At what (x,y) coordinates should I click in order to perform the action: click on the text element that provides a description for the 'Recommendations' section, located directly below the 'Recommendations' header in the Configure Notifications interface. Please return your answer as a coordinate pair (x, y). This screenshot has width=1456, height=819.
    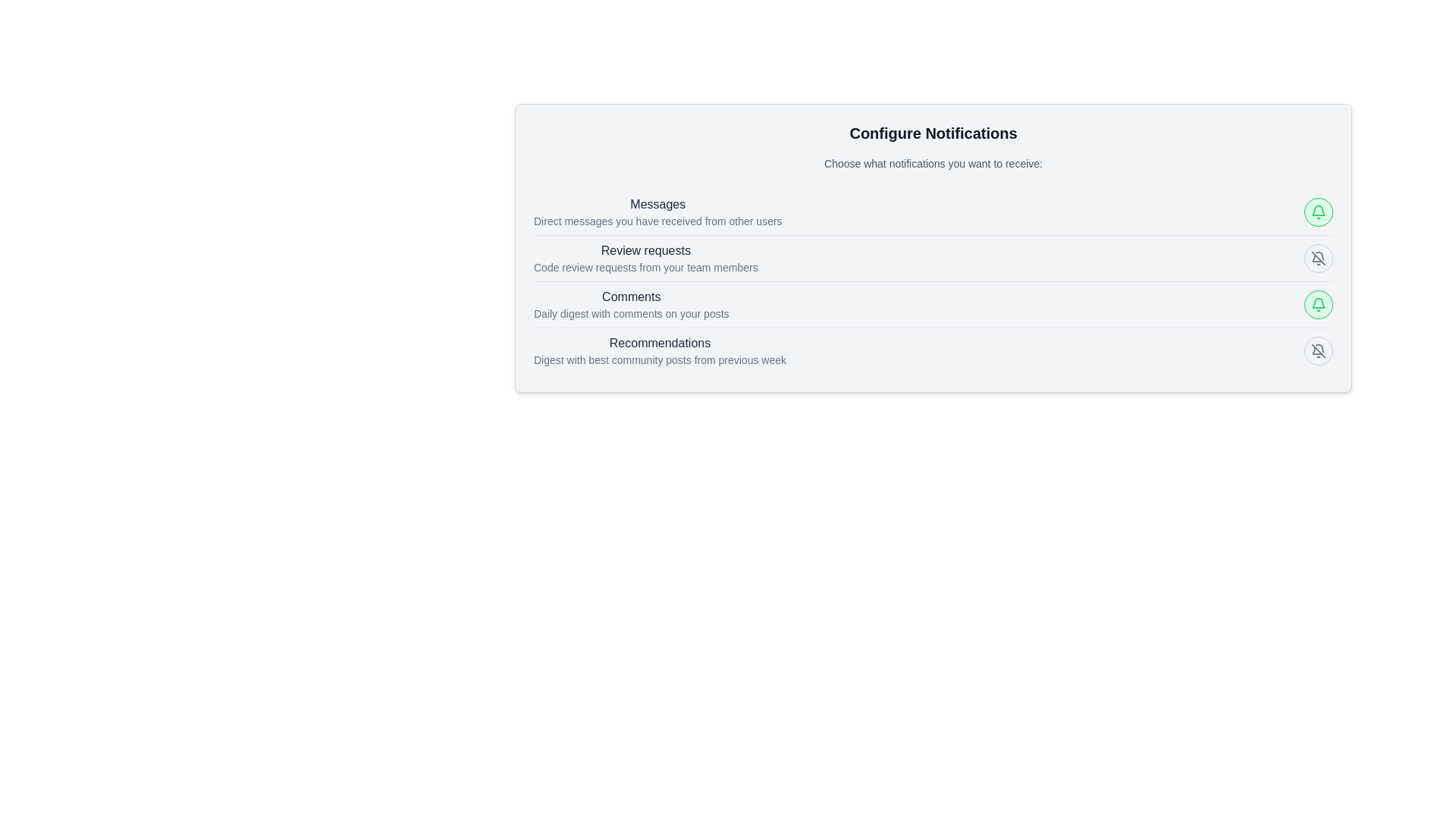
    Looking at the image, I should click on (660, 359).